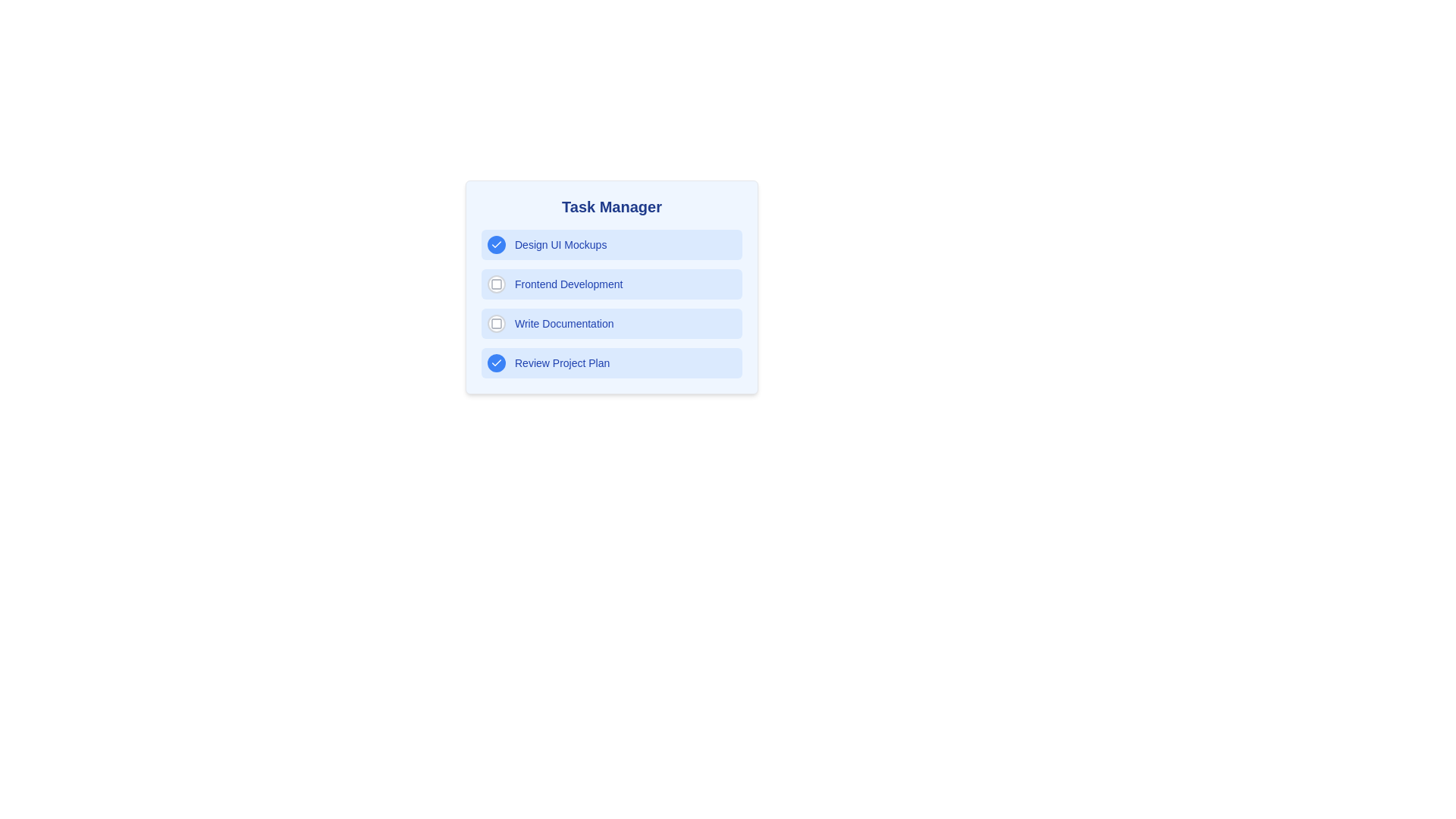  What do you see at coordinates (611, 244) in the screenshot?
I see `the task Design UI Mockups to reveal additional actions or effects` at bounding box center [611, 244].